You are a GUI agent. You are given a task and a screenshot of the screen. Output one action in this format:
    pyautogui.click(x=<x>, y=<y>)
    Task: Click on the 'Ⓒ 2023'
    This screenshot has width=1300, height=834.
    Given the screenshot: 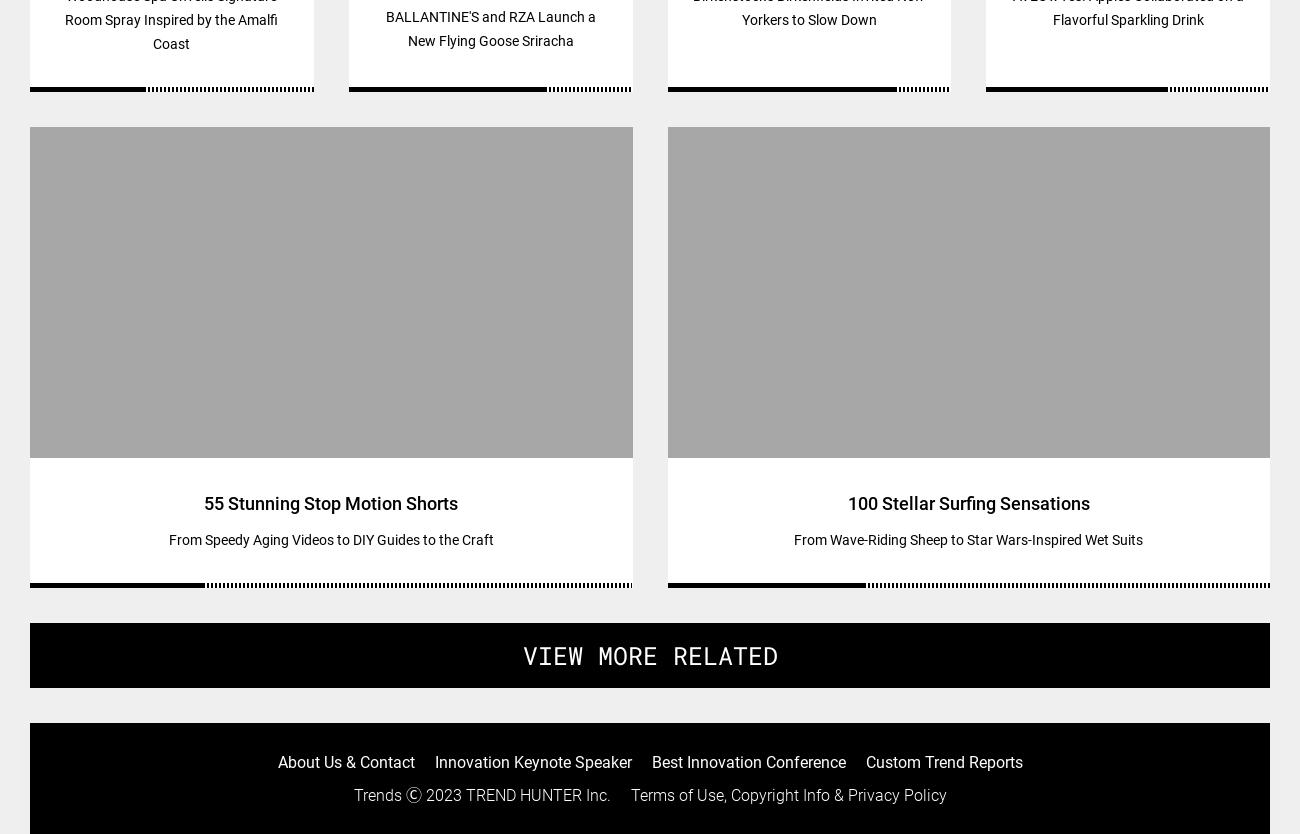 What is the action you would take?
    pyautogui.click(x=433, y=794)
    